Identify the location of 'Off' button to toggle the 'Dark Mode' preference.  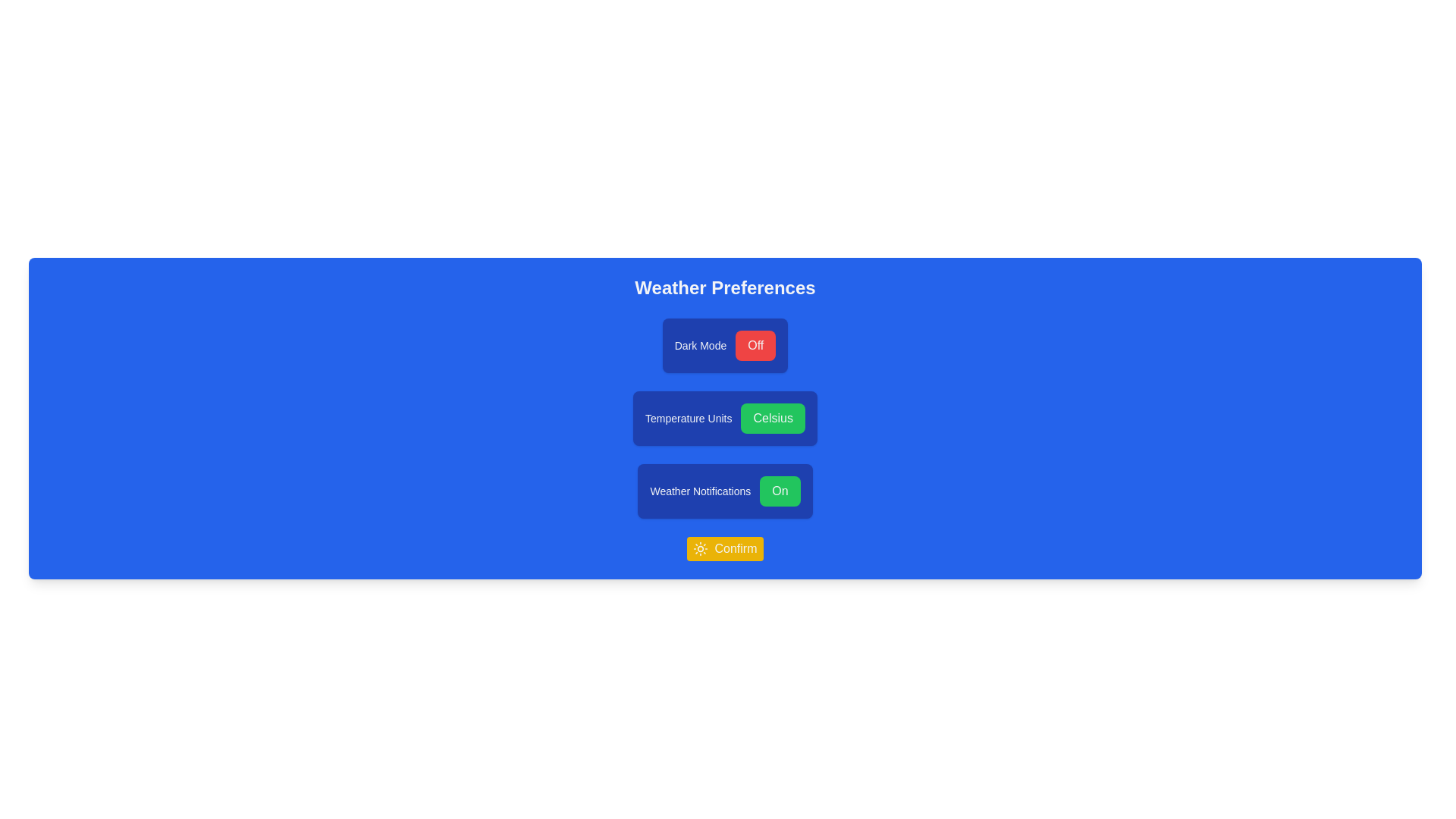
(755, 345).